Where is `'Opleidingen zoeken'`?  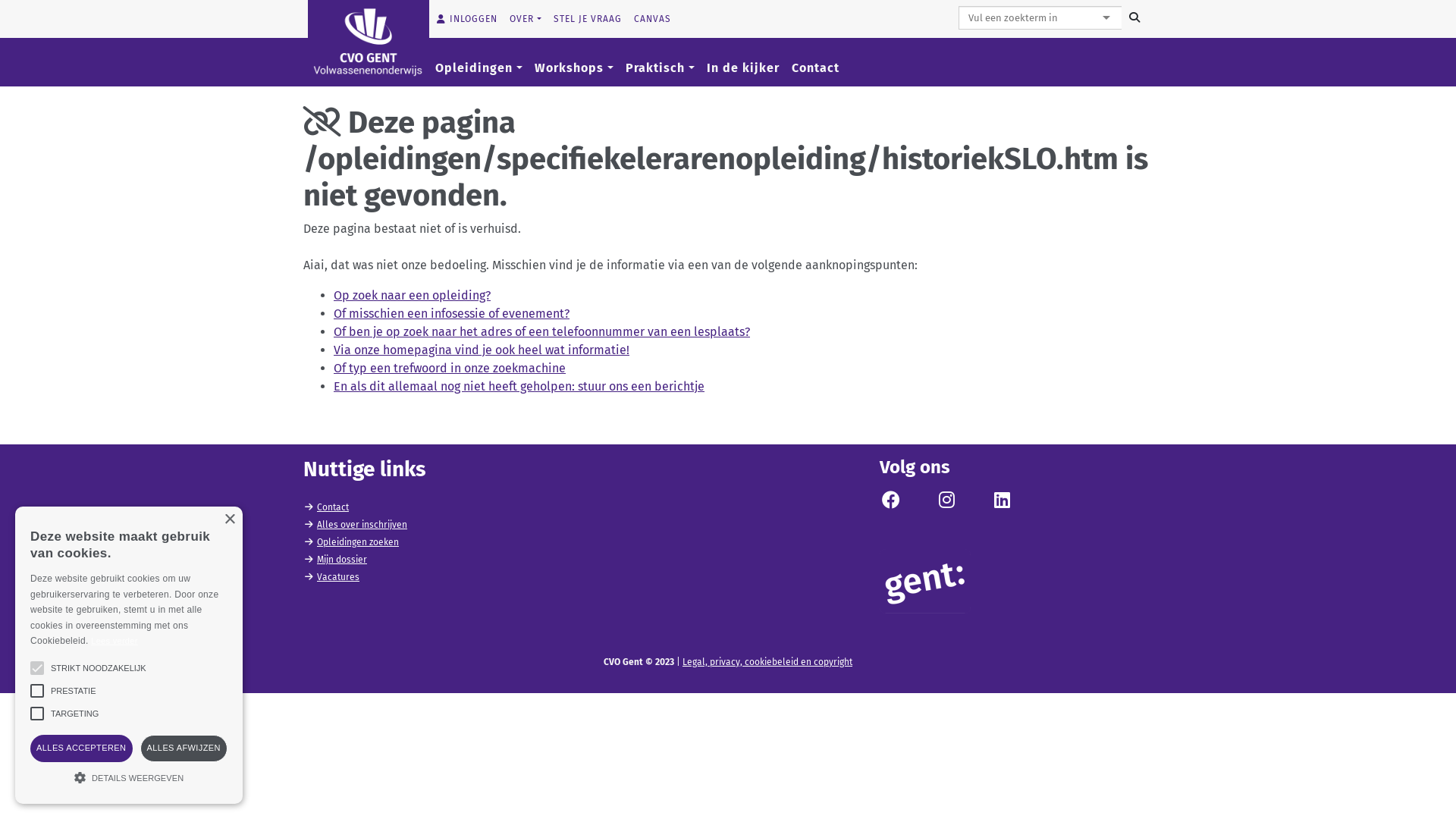 'Opleidingen zoeken' is located at coordinates (356, 541).